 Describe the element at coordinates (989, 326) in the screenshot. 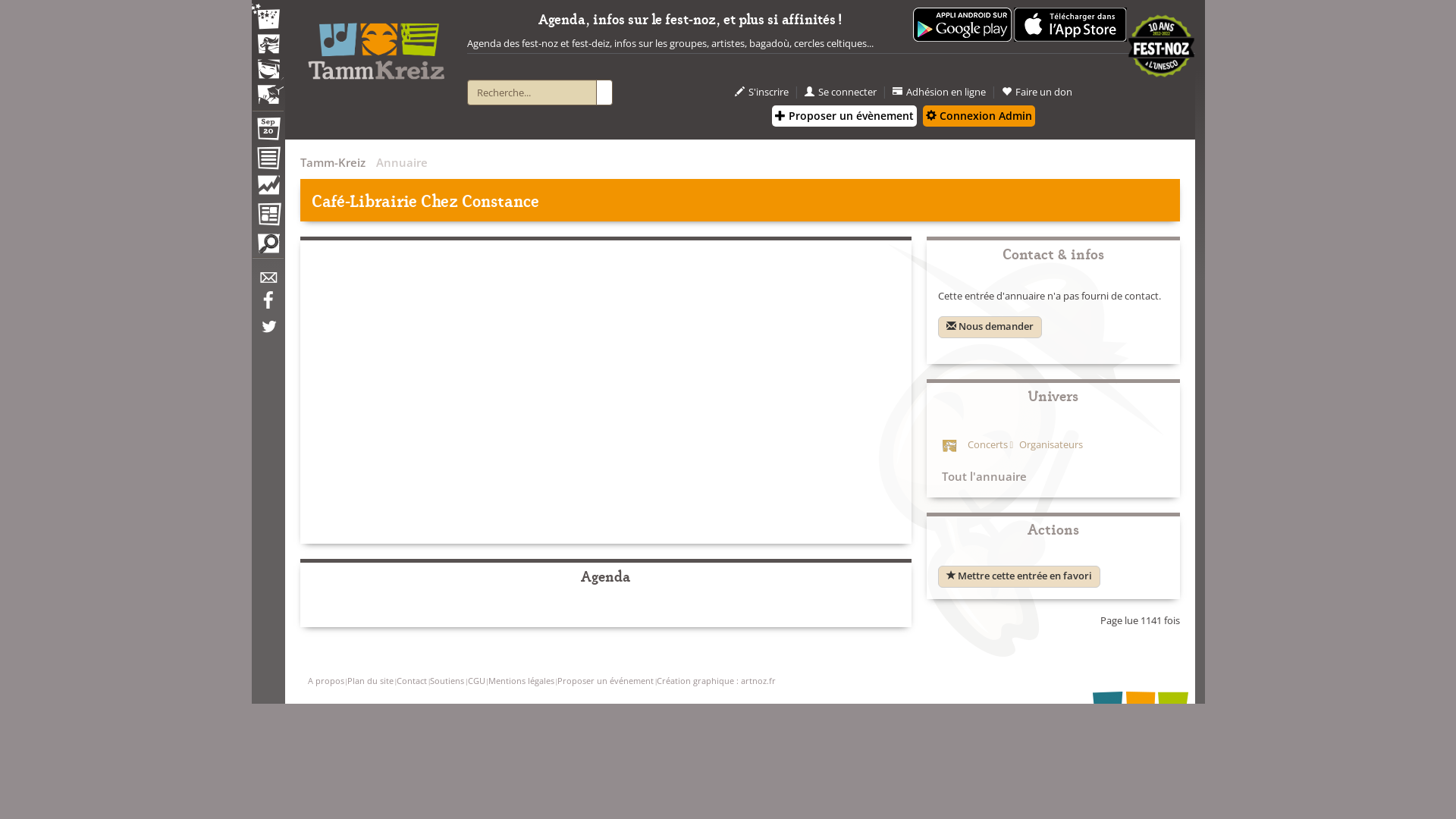

I see `'Nous demander'` at that location.